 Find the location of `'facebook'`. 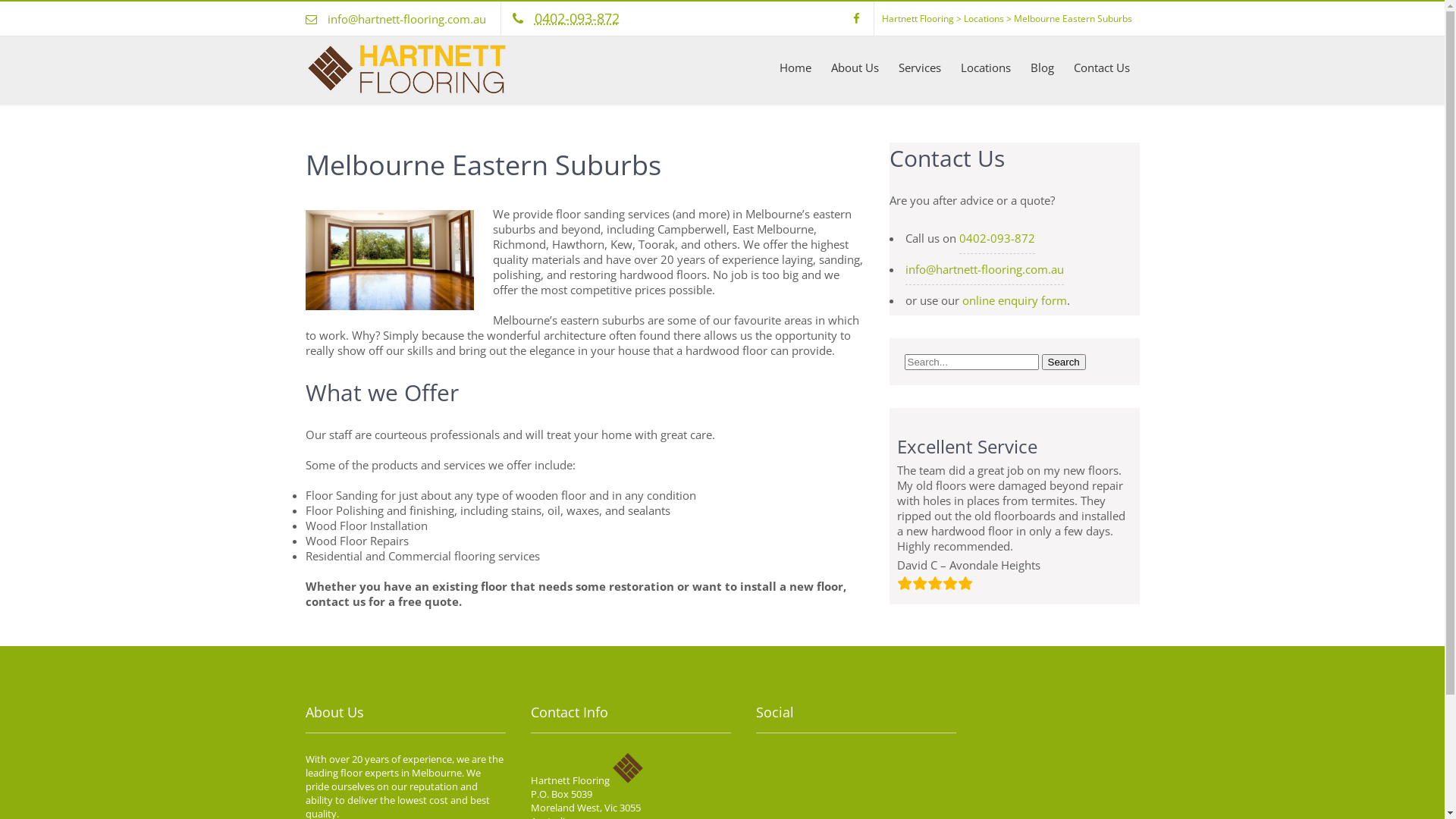

'facebook' is located at coordinates (837, 18).